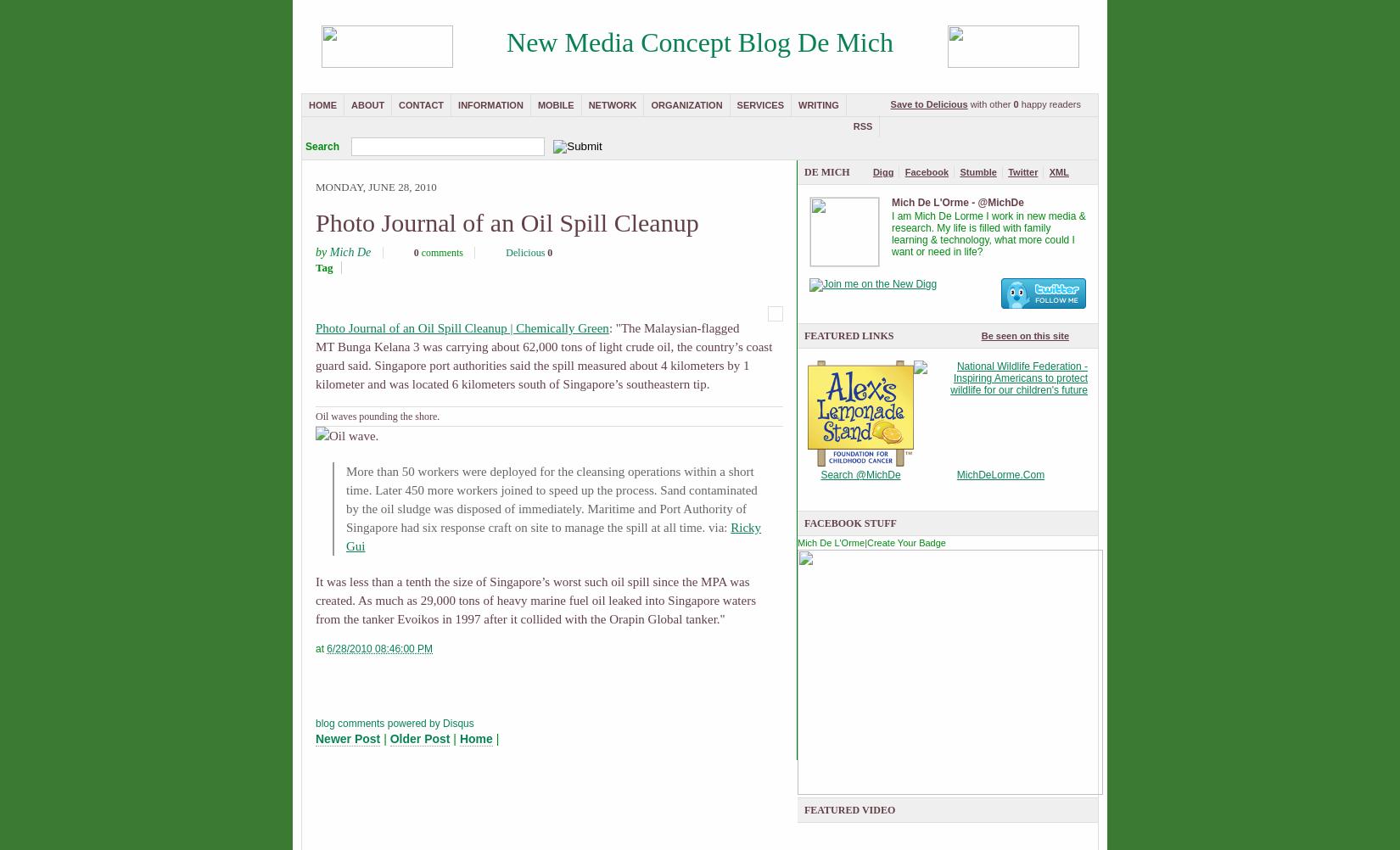  I want to click on ': "The Malaysian-flagged MT Bunga Kelana 3 was carrying about 62,000 tons of light crude oil, the country’s coast guard said. Singapore port authorities said the spill measured about 4 kilometers by 1 kilometer and was located 6 kilometers south of Singapore’s southeastern tip.', so click(543, 355).